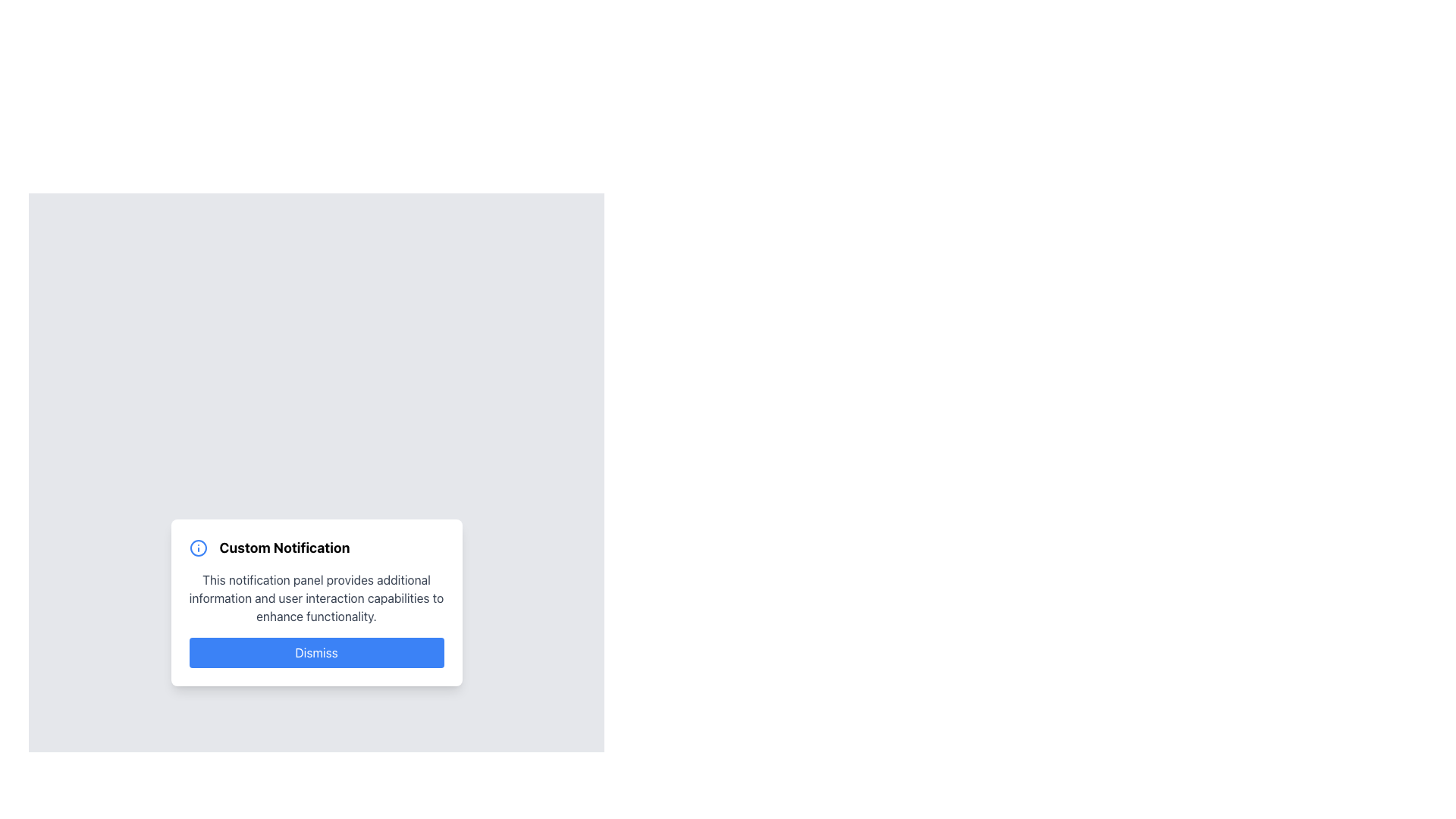 The image size is (1456, 819). I want to click on the circular informational icon with a blue outline located to the left of the 'Custom Notification' text in the notification panel, so click(197, 548).